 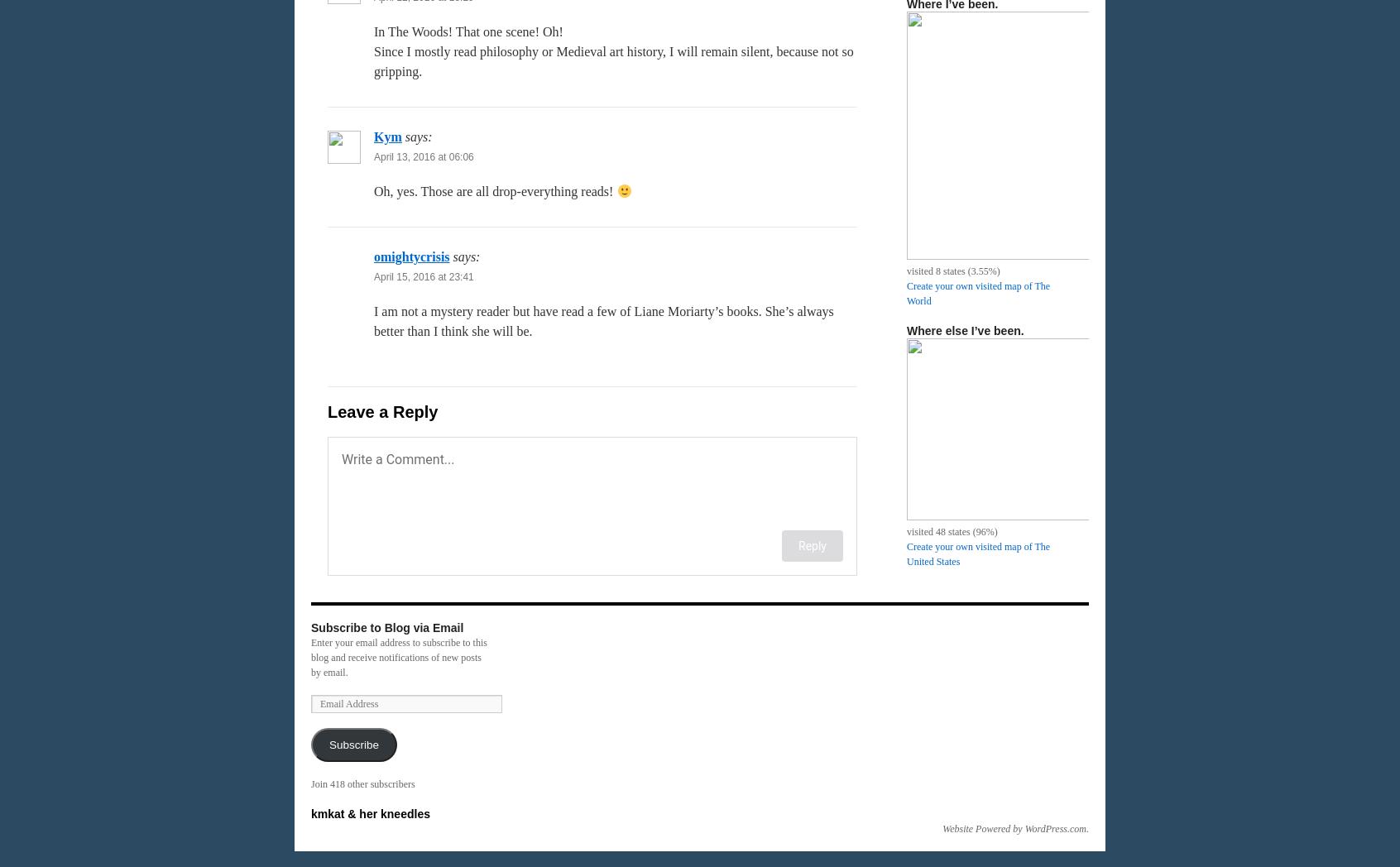 What do you see at coordinates (372, 277) in the screenshot?
I see `'April 15, 2016 at 23:41'` at bounding box center [372, 277].